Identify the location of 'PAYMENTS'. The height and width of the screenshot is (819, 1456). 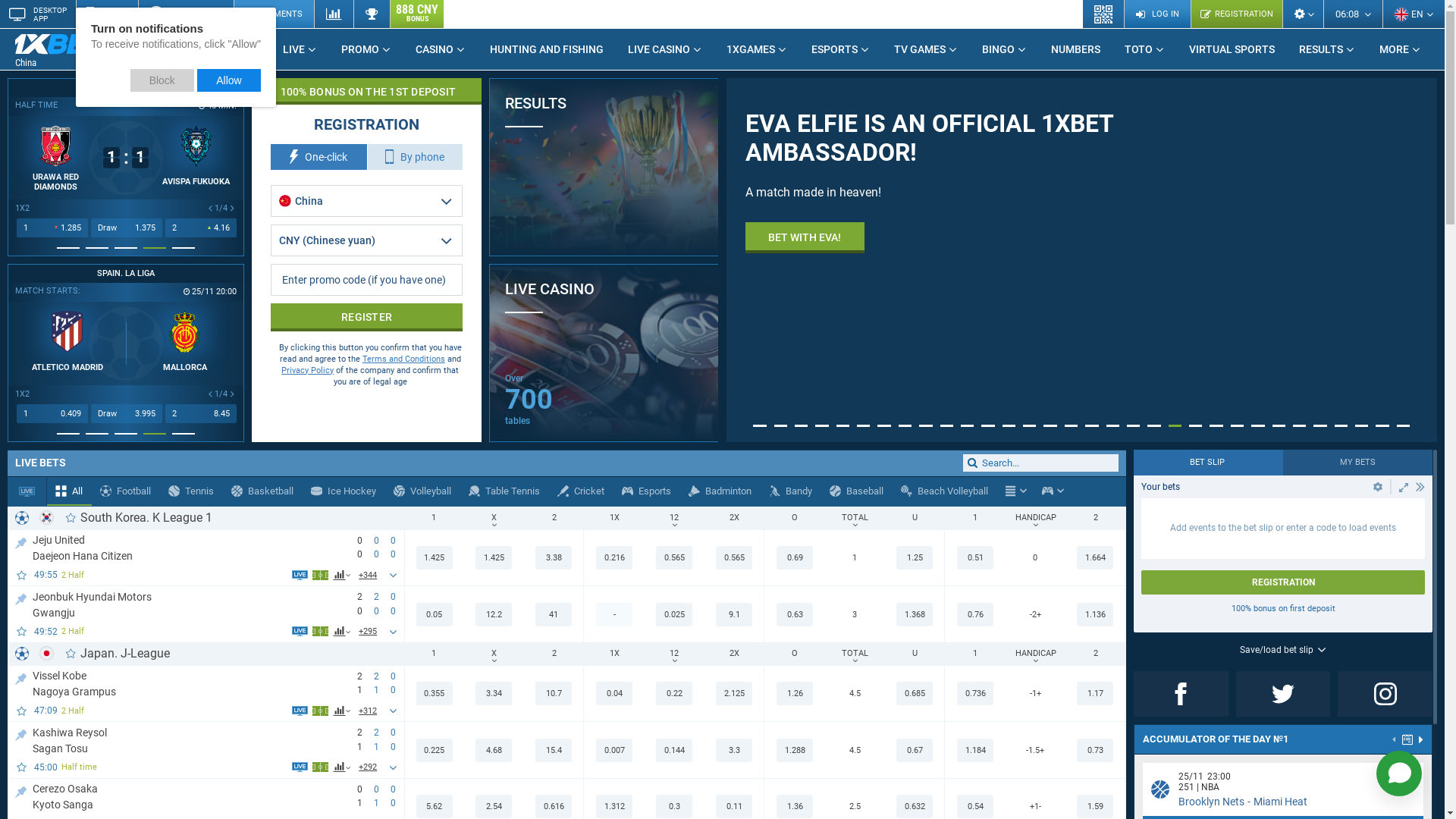
(273, 14).